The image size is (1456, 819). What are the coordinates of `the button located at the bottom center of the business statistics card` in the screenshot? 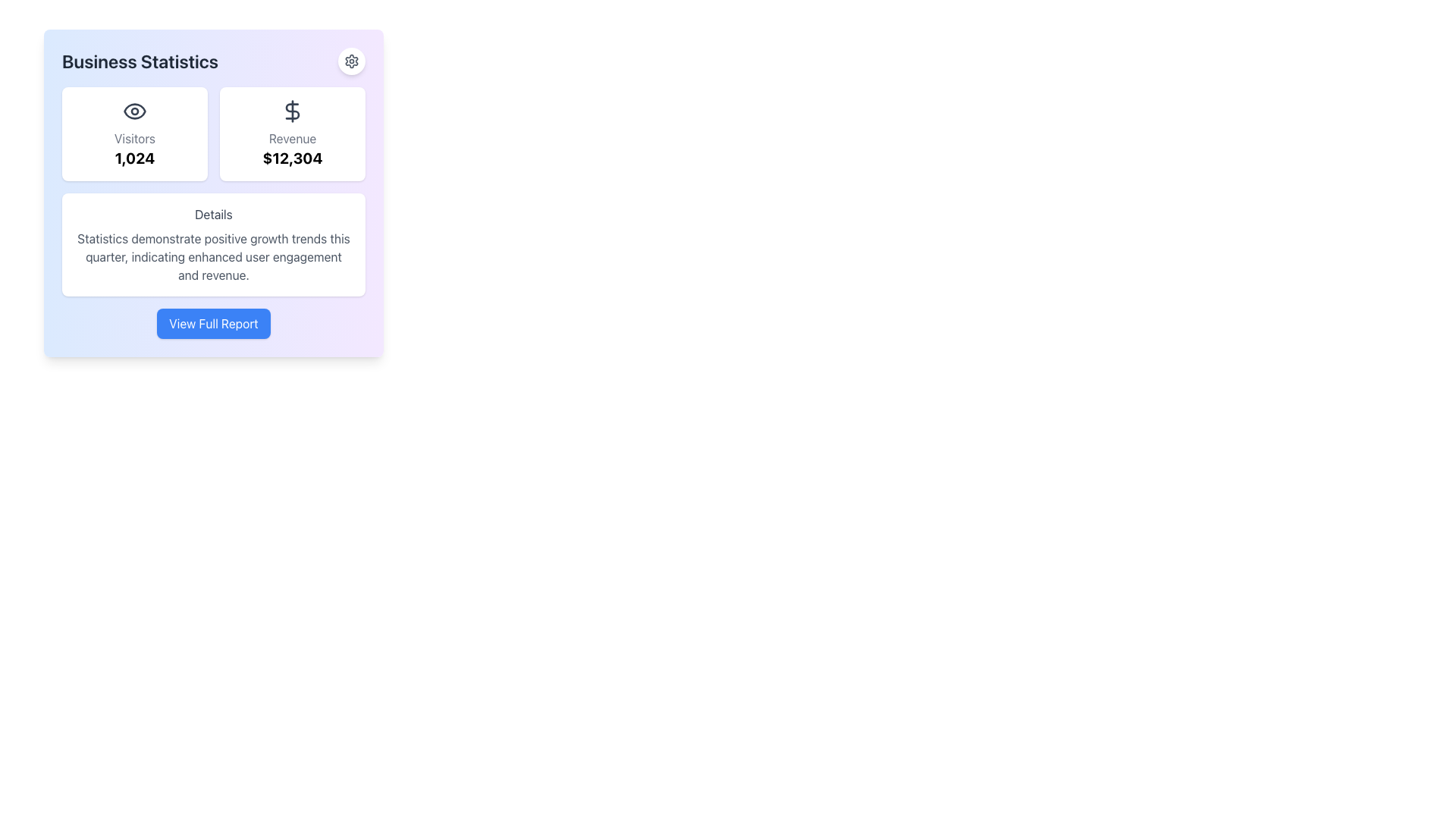 It's located at (213, 323).